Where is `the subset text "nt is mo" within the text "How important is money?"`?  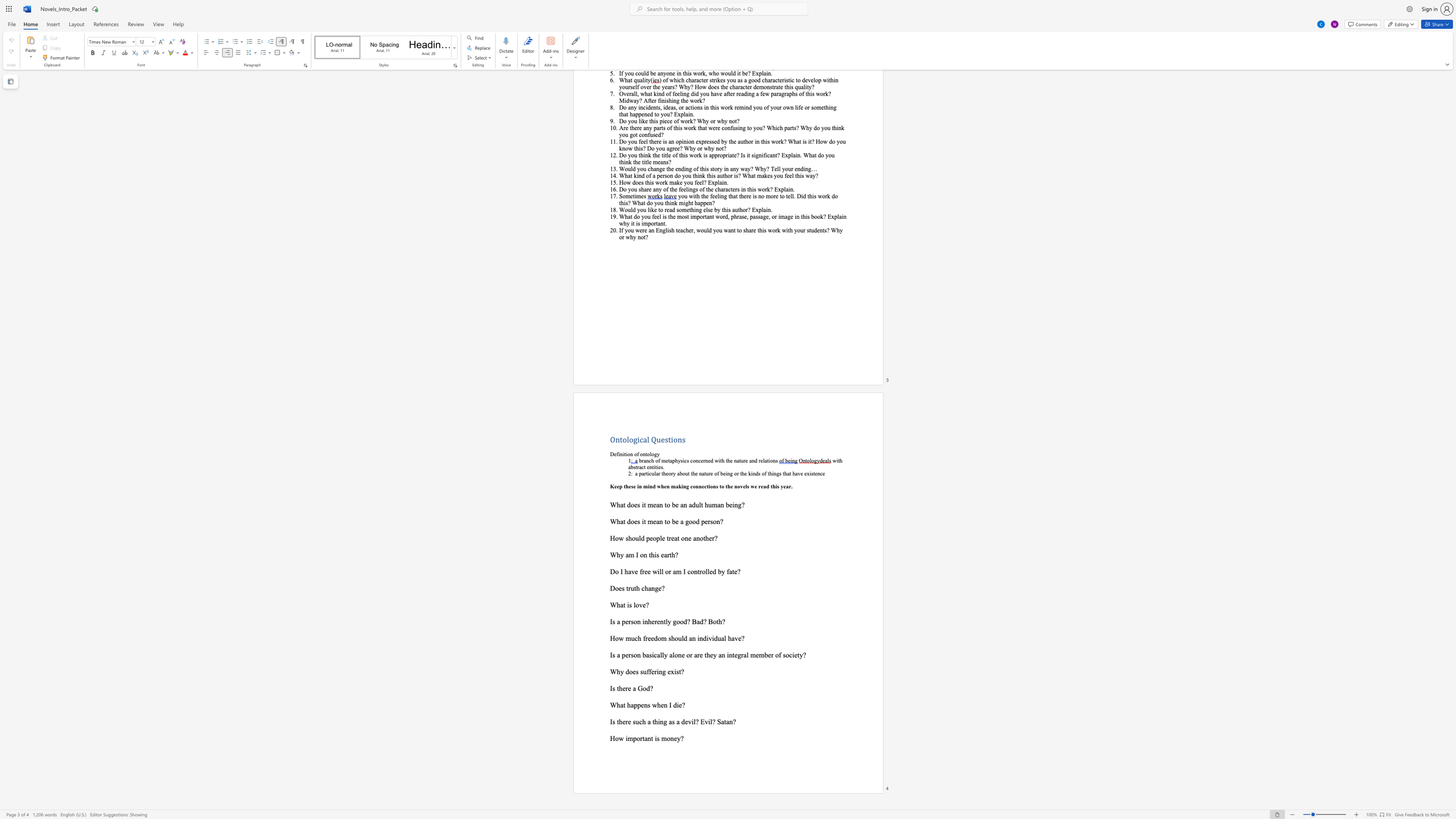
the subset text "nt is mo" within the text "How important is money?" is located at coordinates (647, 738).